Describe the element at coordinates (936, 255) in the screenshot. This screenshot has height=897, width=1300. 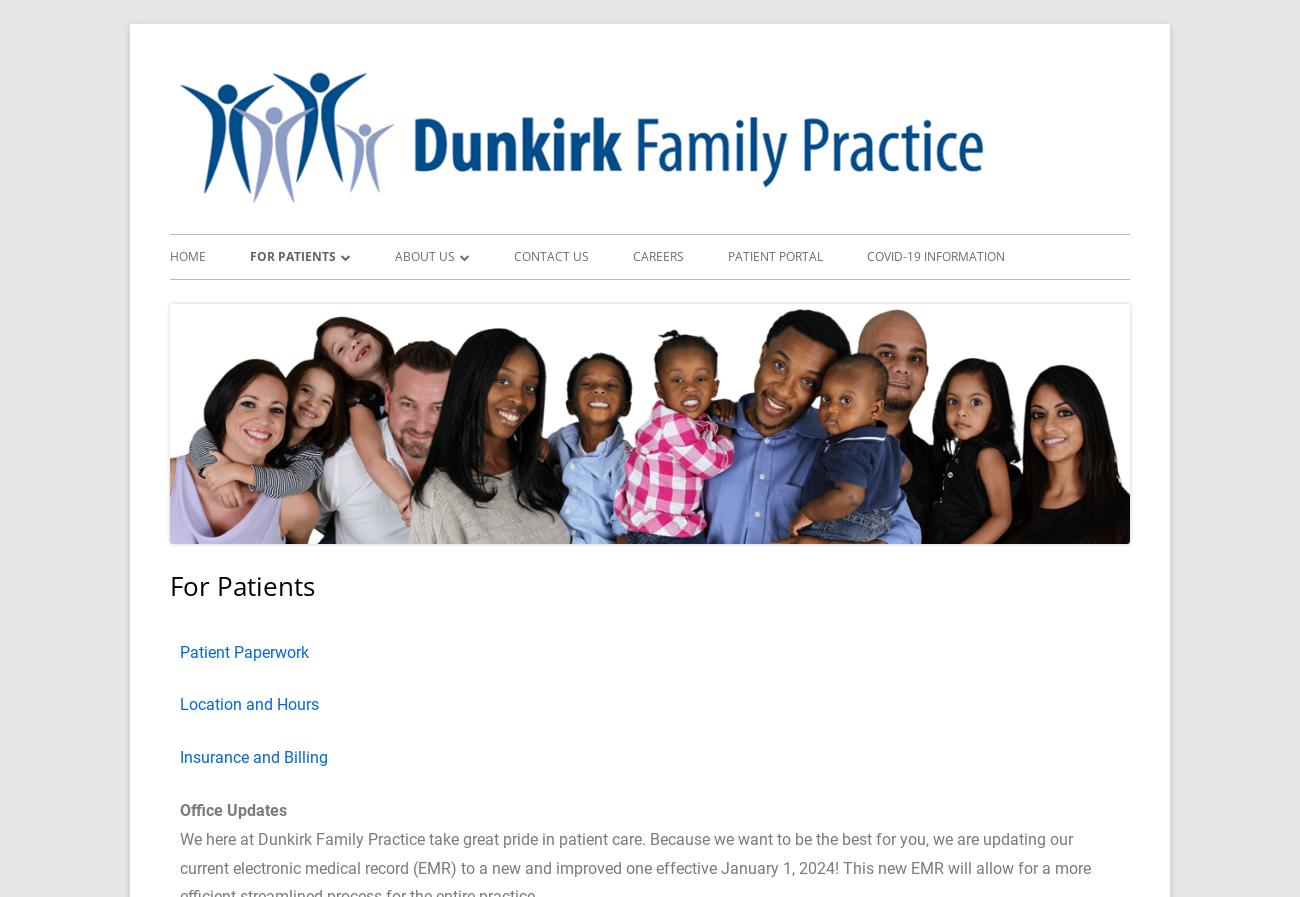
I see `'COVID-19 Information'` at that location.